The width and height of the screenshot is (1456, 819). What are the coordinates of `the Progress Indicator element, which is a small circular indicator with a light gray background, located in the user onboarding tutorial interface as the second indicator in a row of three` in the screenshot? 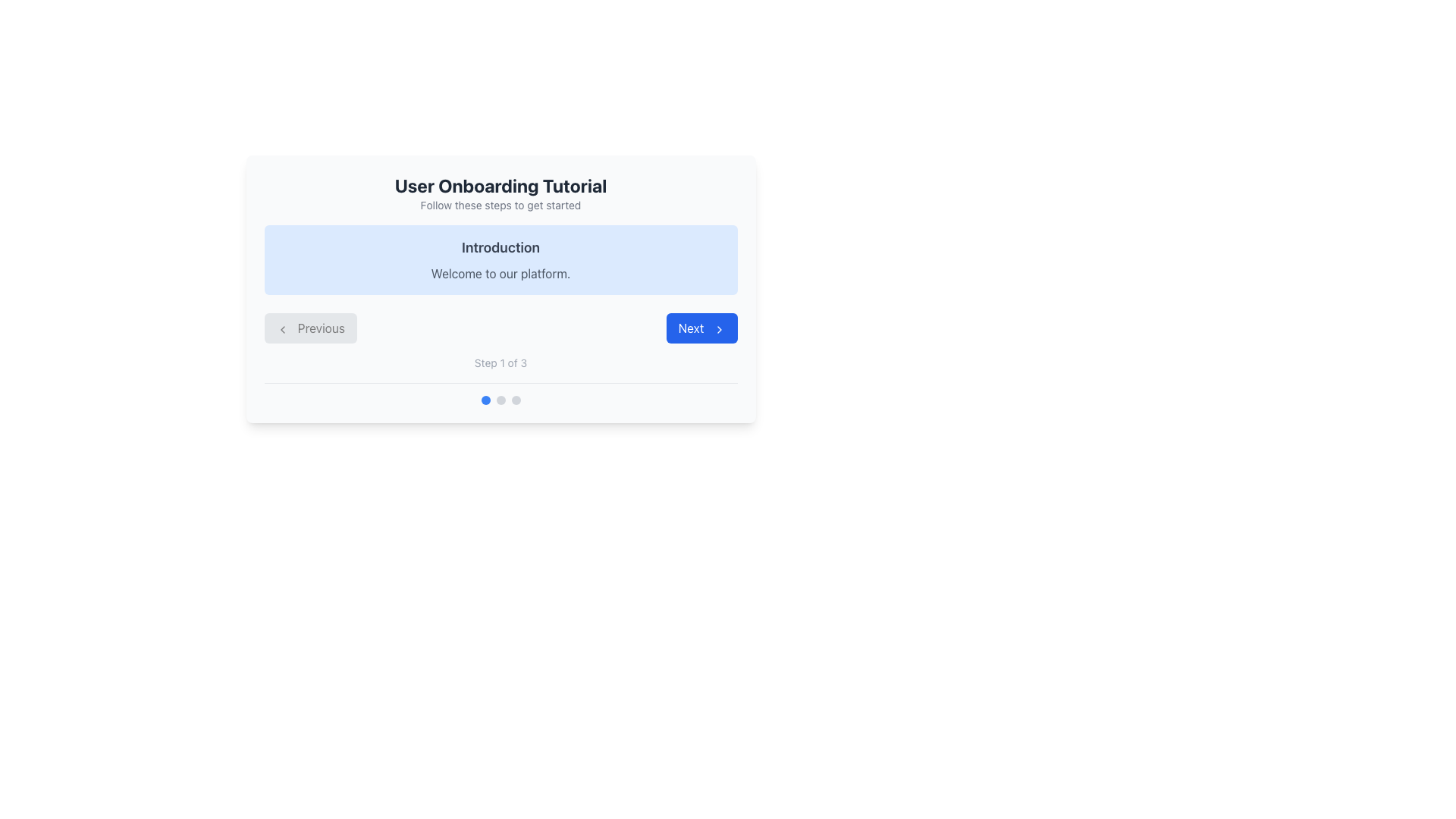 It's located at (500, 400).